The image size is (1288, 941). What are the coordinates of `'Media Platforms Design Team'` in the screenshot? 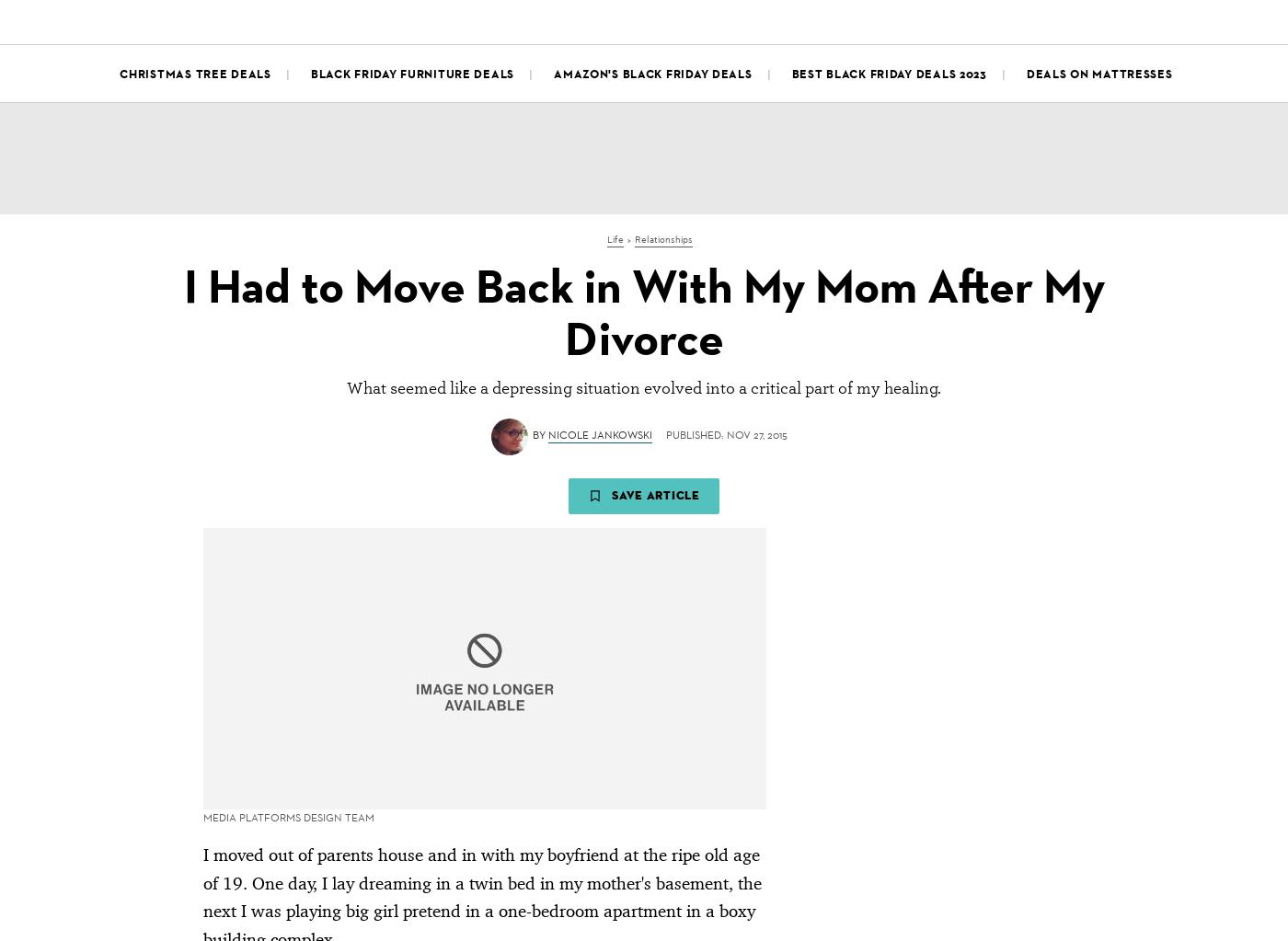 It's located at (289, 300).